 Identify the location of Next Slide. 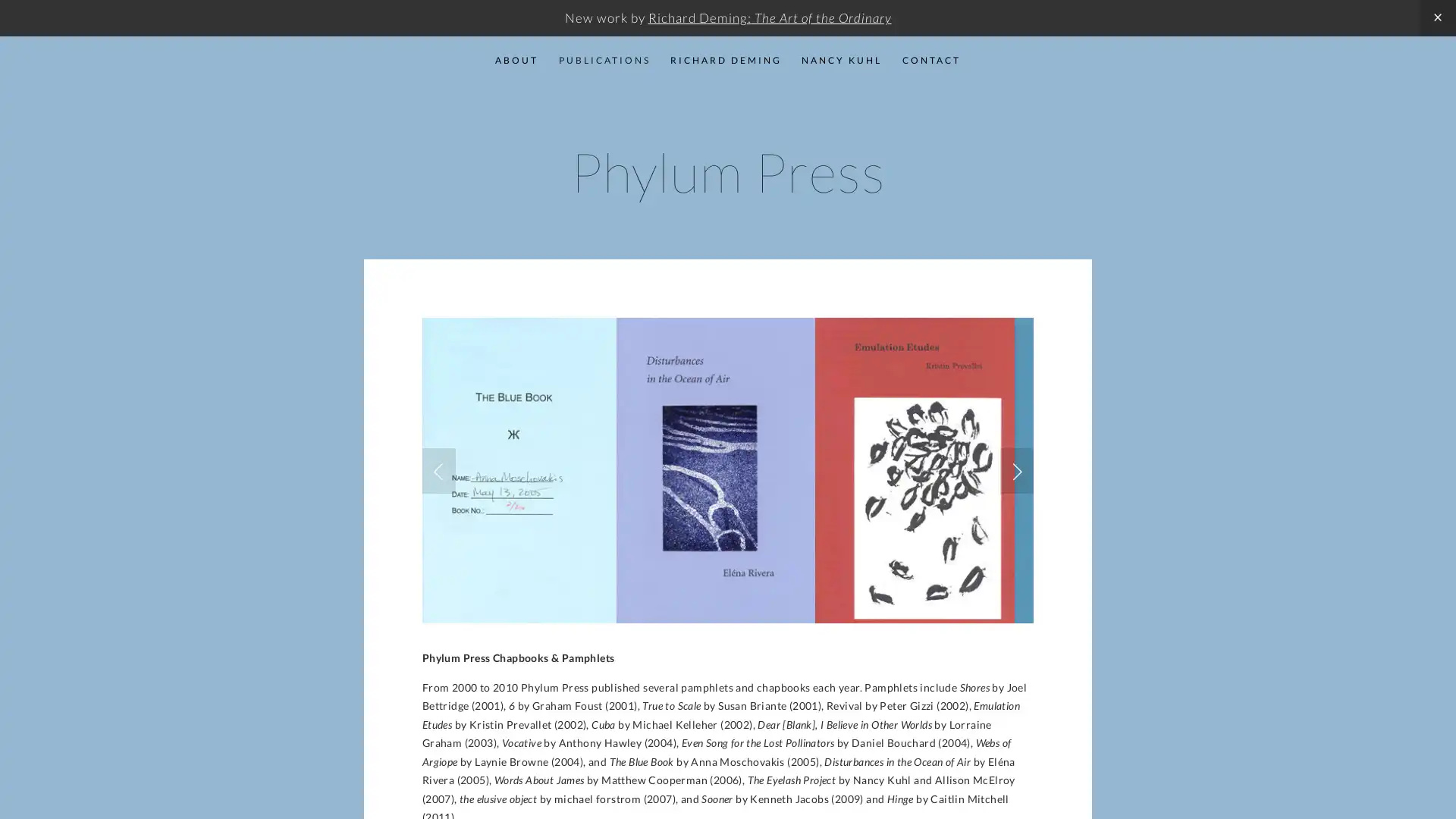
(1016, 469).